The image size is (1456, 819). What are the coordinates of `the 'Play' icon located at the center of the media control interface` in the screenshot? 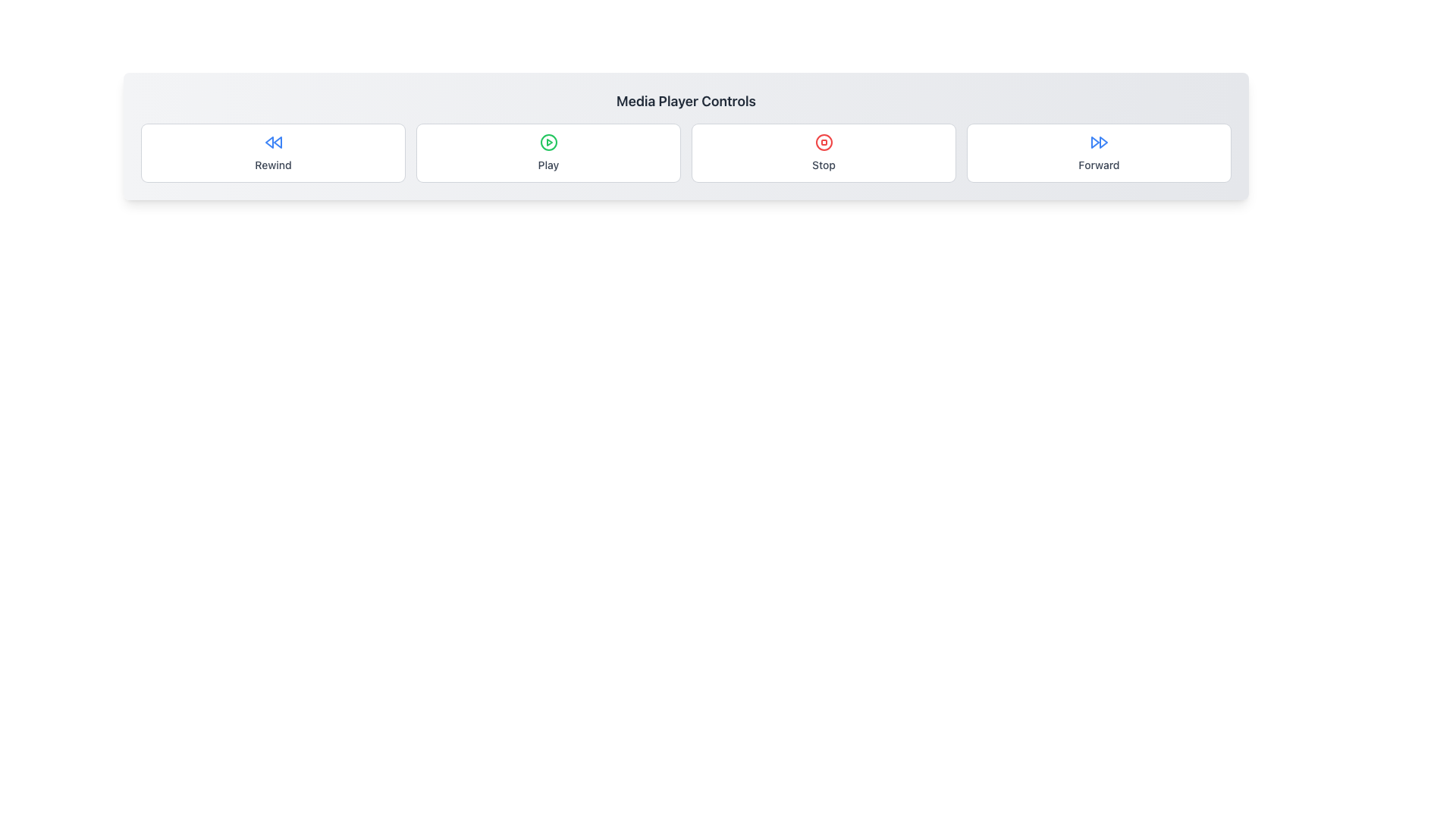 It's located at (548, 143).